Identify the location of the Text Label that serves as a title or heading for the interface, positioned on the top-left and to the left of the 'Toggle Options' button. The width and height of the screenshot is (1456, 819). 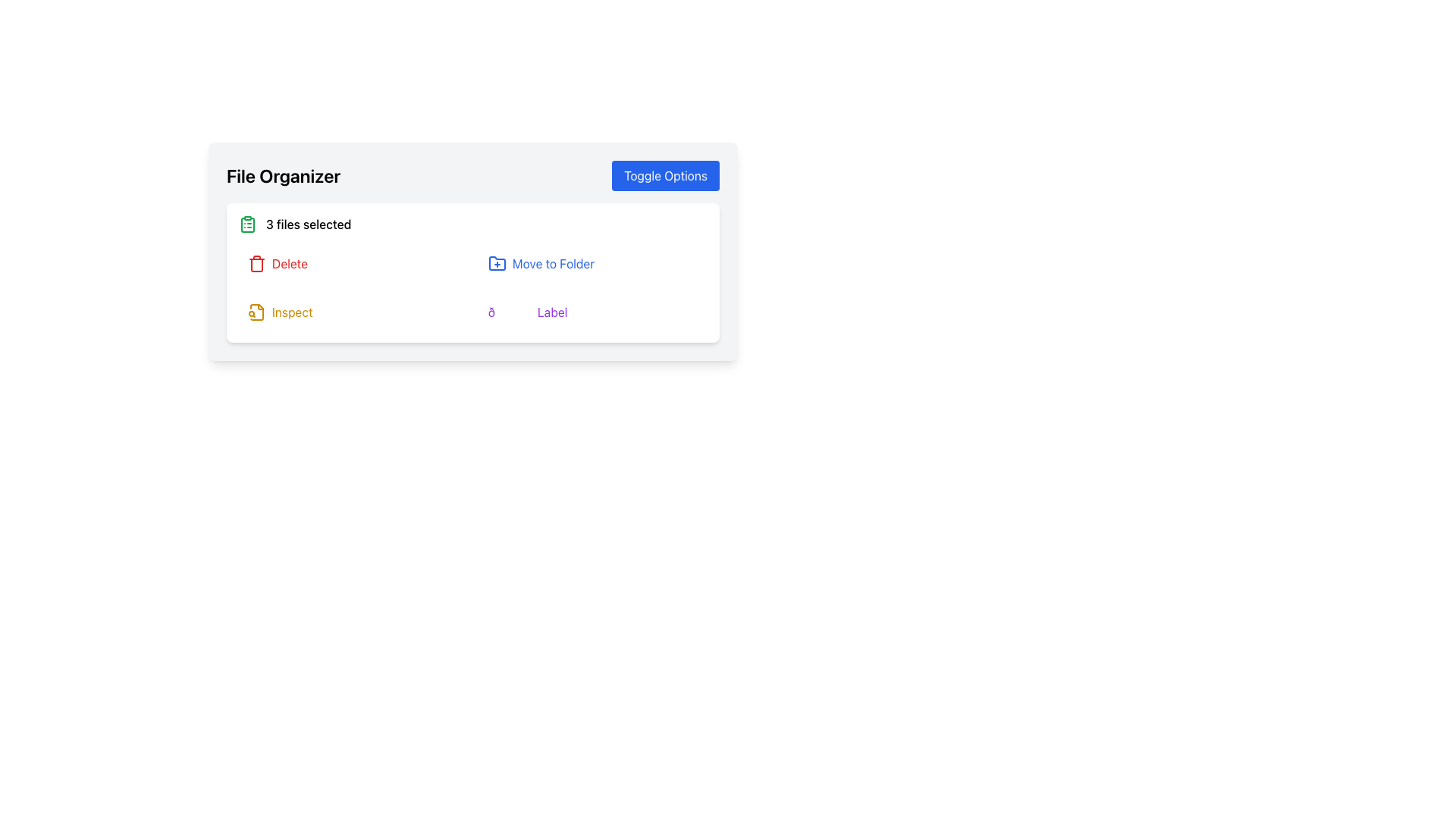
(284, 174).